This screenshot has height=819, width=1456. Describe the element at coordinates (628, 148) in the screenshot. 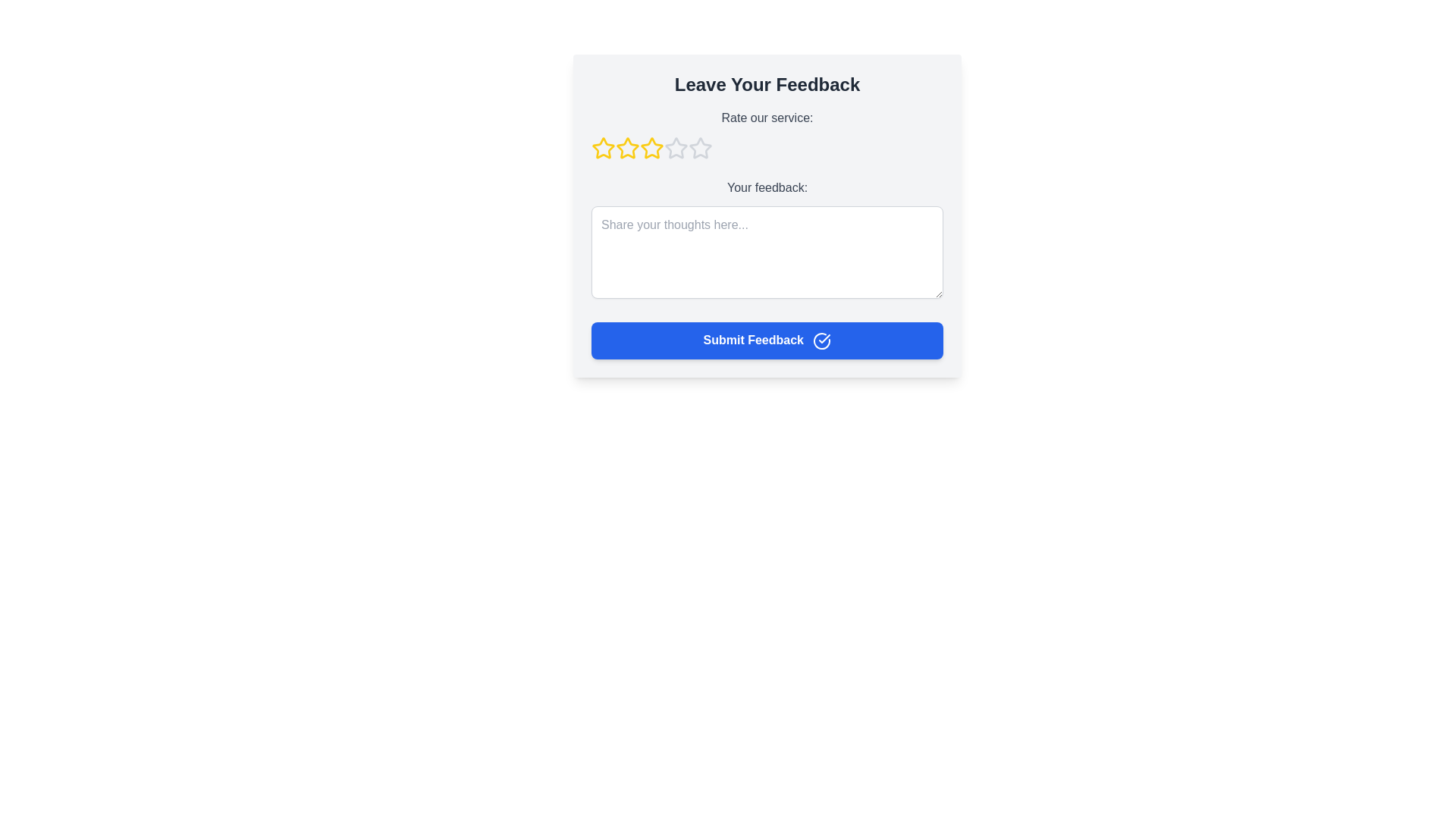

I see `the second star icon in the row of five rating stars located near the top of the feedback form` at that location.